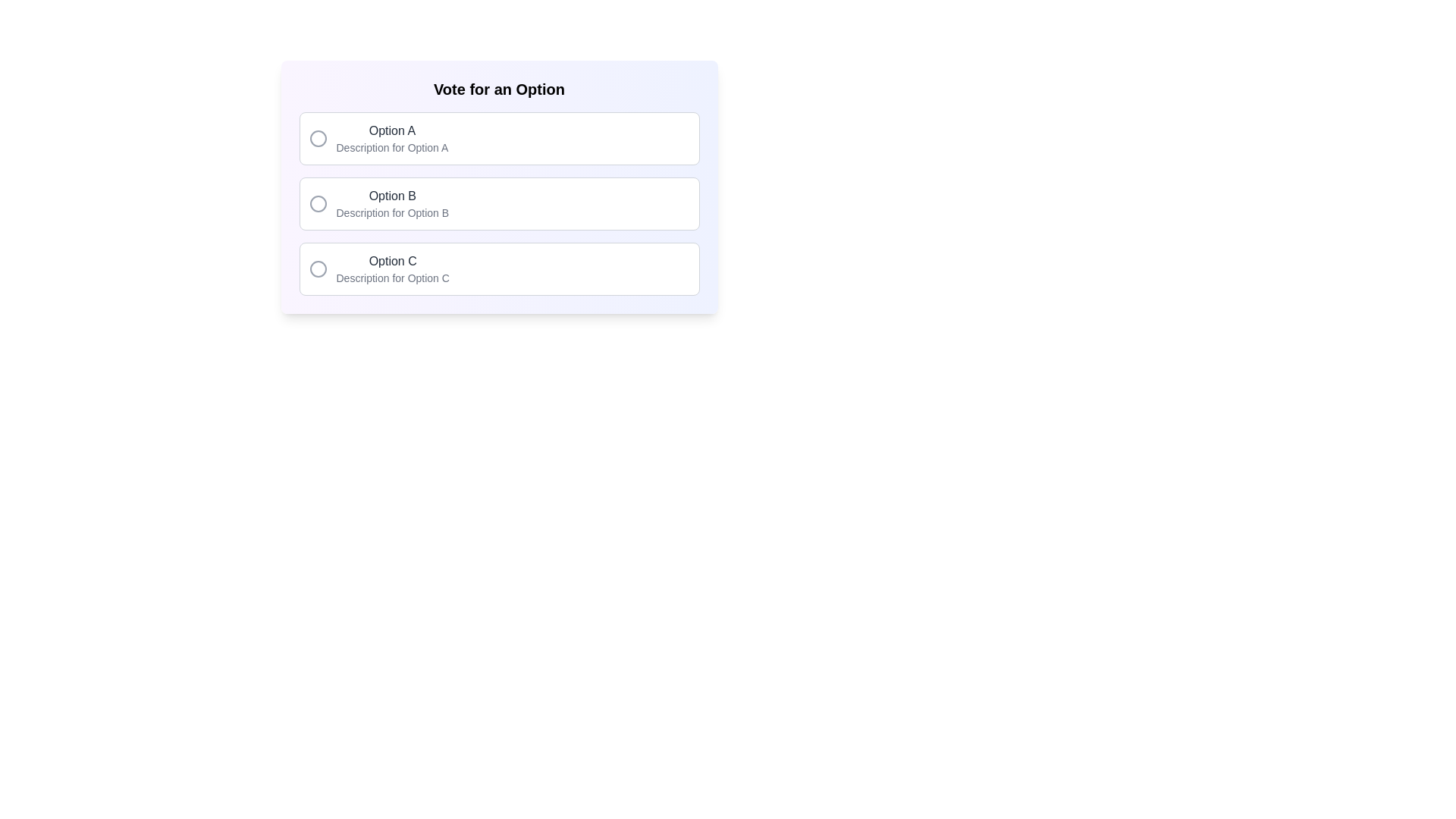  What do you see at coordinates (499, 203) in the screenshot?
I see `the second option in the 'Vote for an Option' group for keyboard interaction` at bounding box center [499, 203].